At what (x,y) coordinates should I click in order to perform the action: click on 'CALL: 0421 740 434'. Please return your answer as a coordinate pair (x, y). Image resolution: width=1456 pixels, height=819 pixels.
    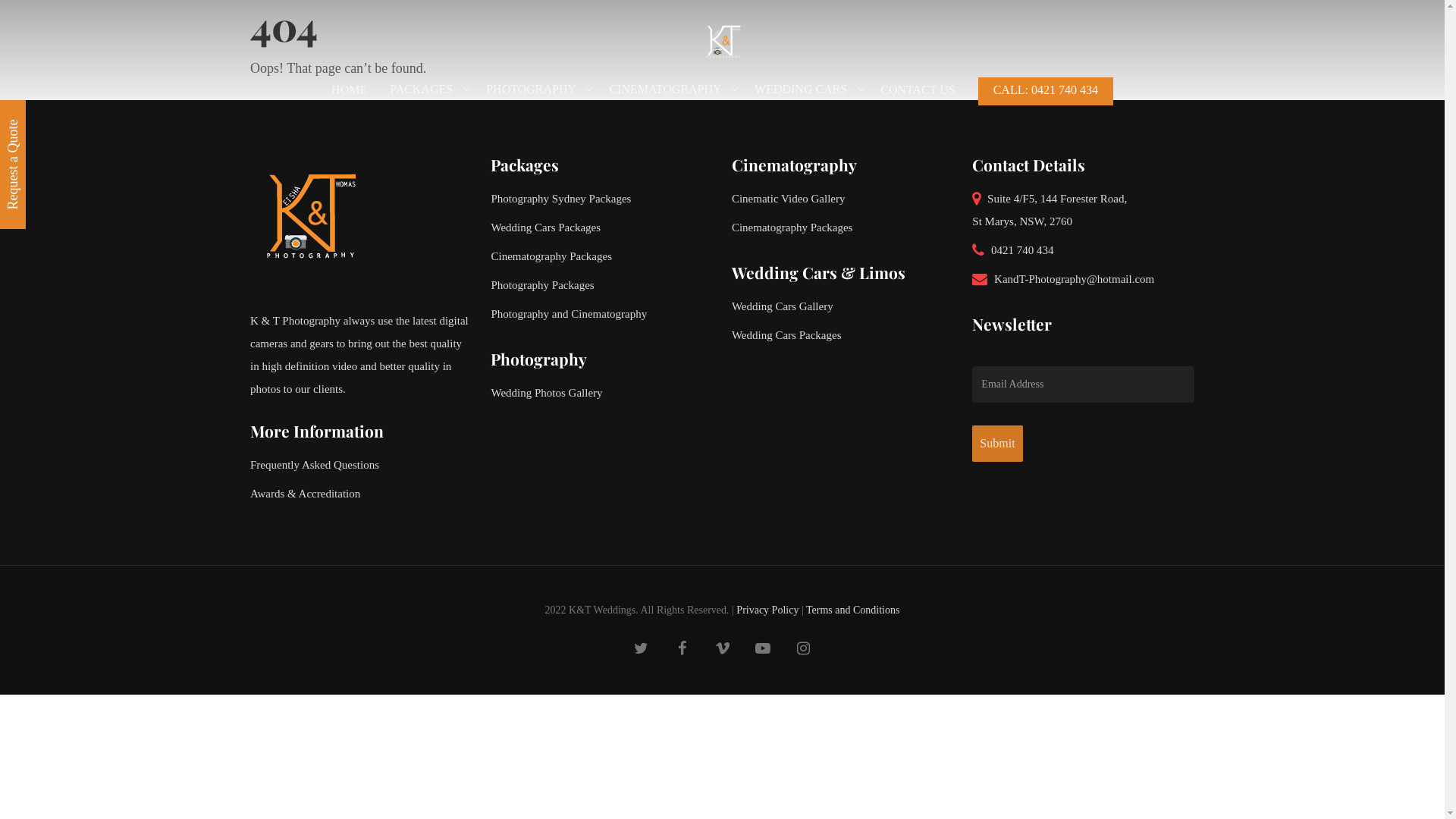
    Looking at the image, I should click on (978, 97).